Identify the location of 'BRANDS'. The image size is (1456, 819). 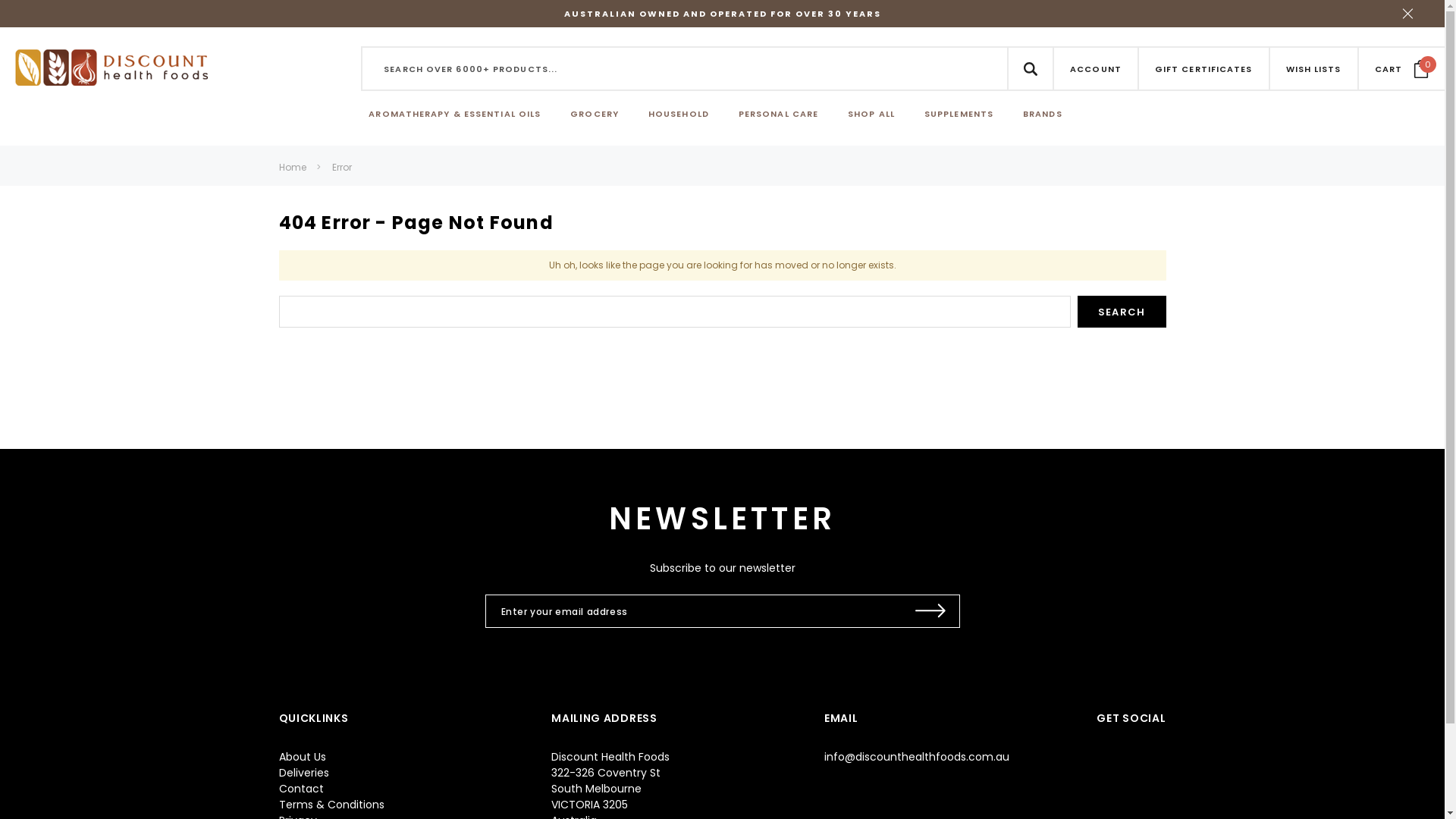
(1022, 113).